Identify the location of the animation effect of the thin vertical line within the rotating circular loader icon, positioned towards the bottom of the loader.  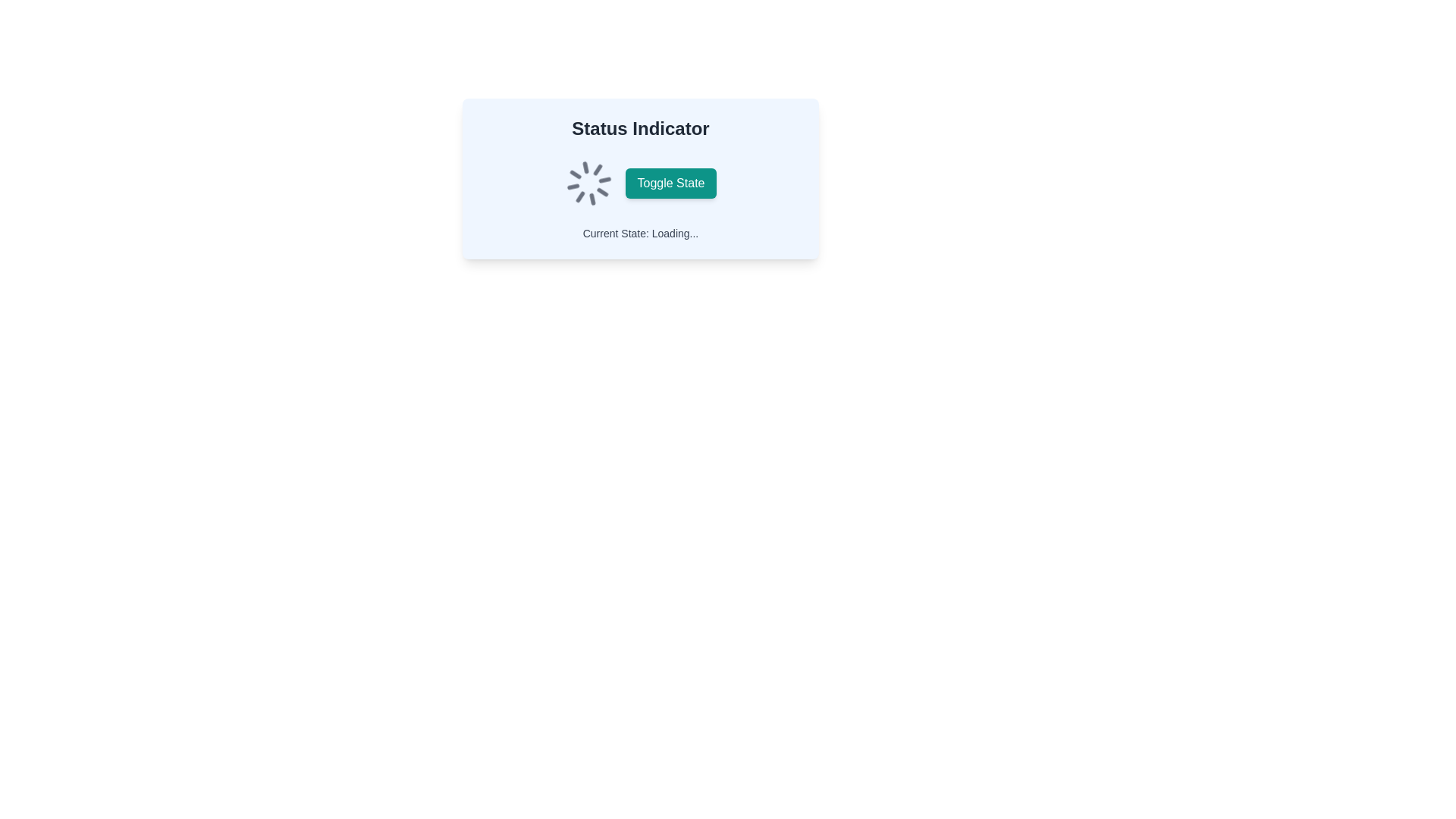
(582, 168).